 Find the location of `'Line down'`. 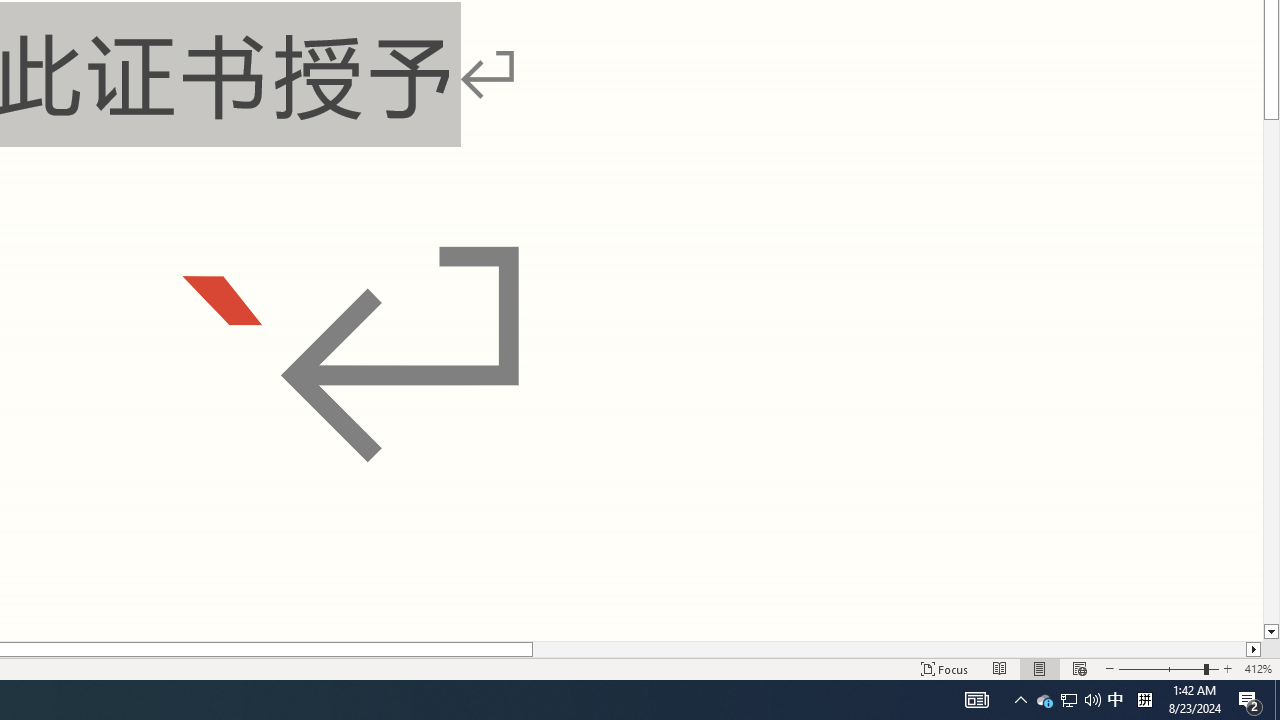

'Line down' is located at coordinates (1270, 632).